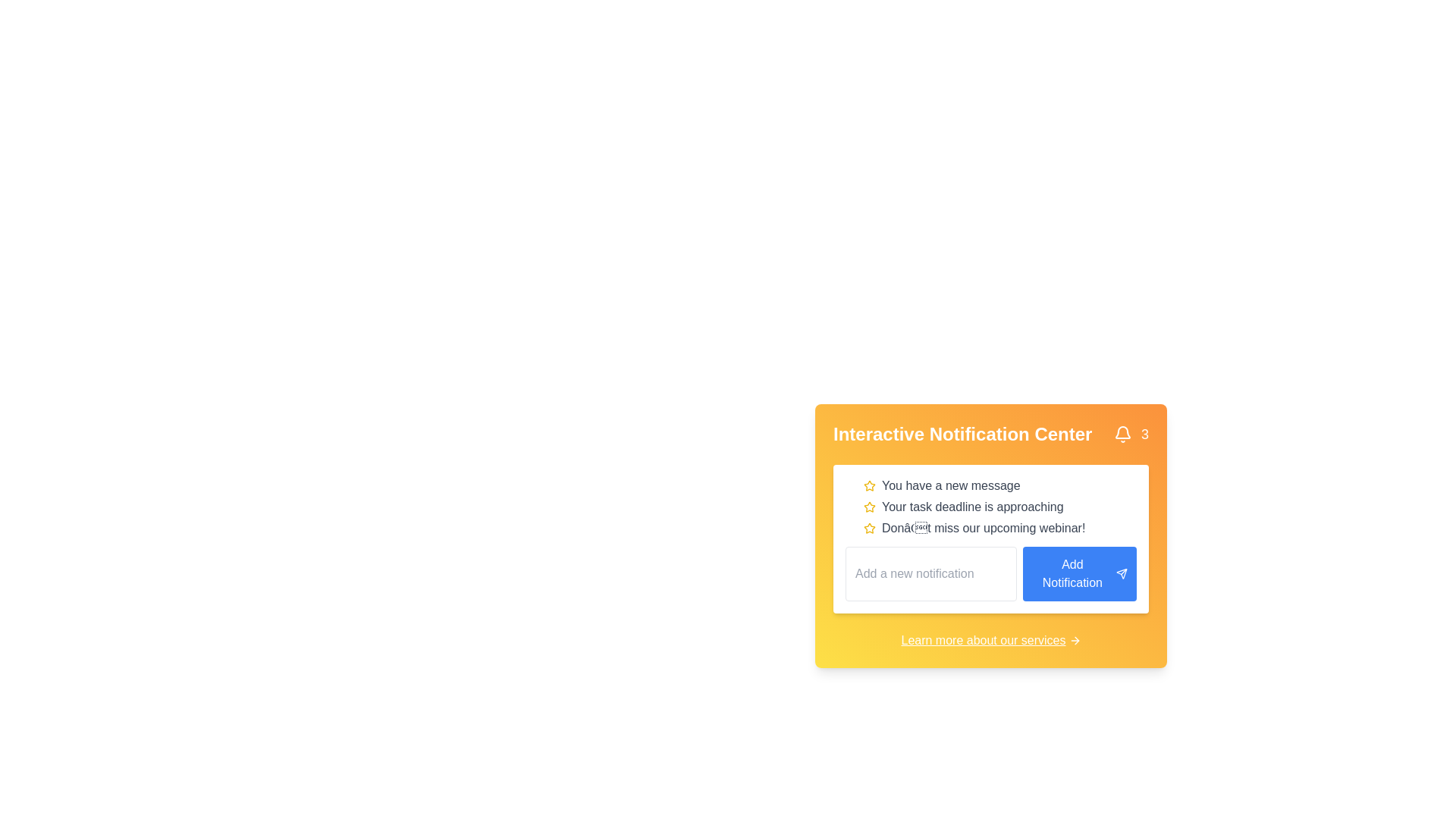 This screenshot has width=1456, height=819. What do you see at coordinates (1000, 485) in the screenshot?
I see `the notification item that consists of a yellow star icon followed by the text 'You have a new message.' in the notification panel` at bounding box center [1000, 485].